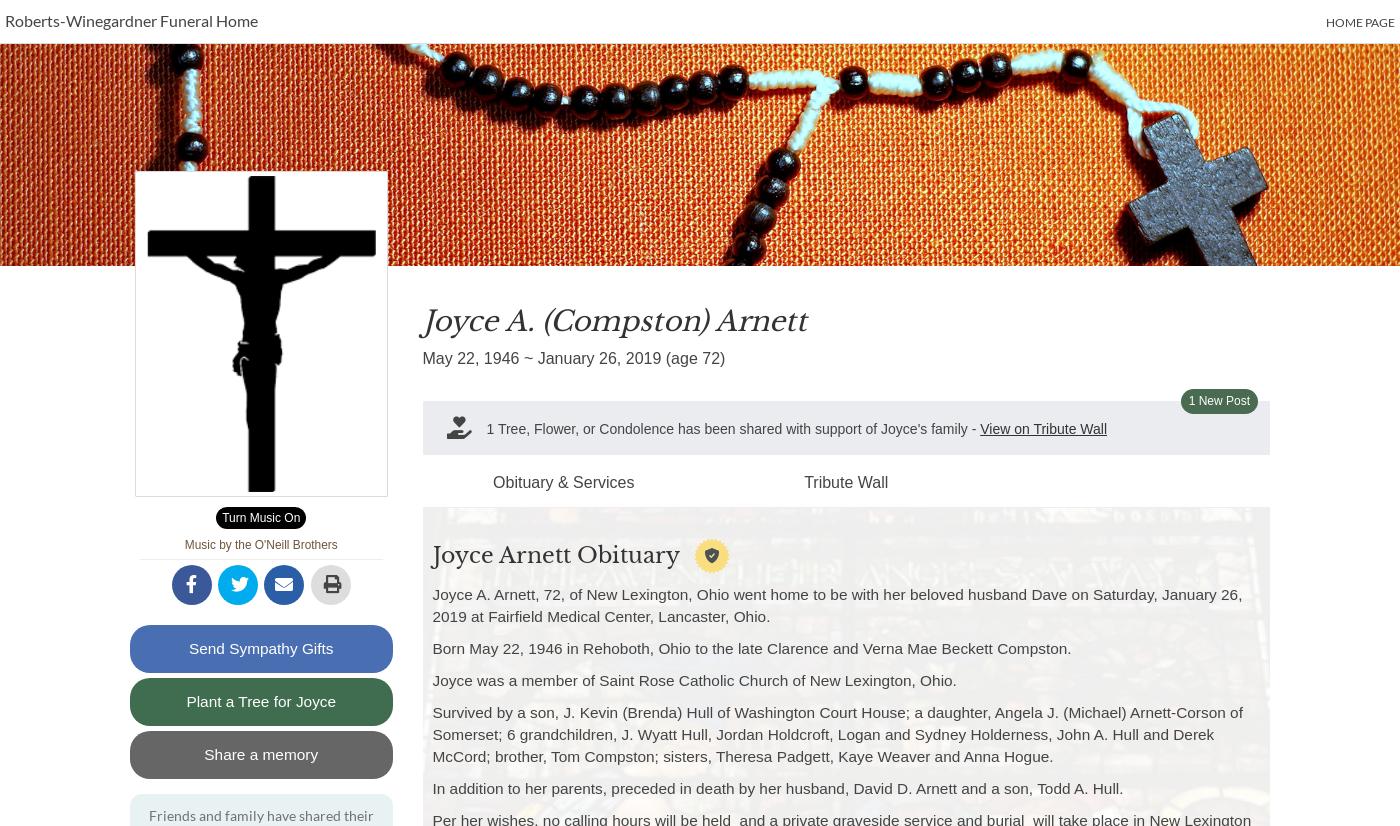 The image size is (1400, 826). I want to click on 'Tribute Wall', so click(846, 481).